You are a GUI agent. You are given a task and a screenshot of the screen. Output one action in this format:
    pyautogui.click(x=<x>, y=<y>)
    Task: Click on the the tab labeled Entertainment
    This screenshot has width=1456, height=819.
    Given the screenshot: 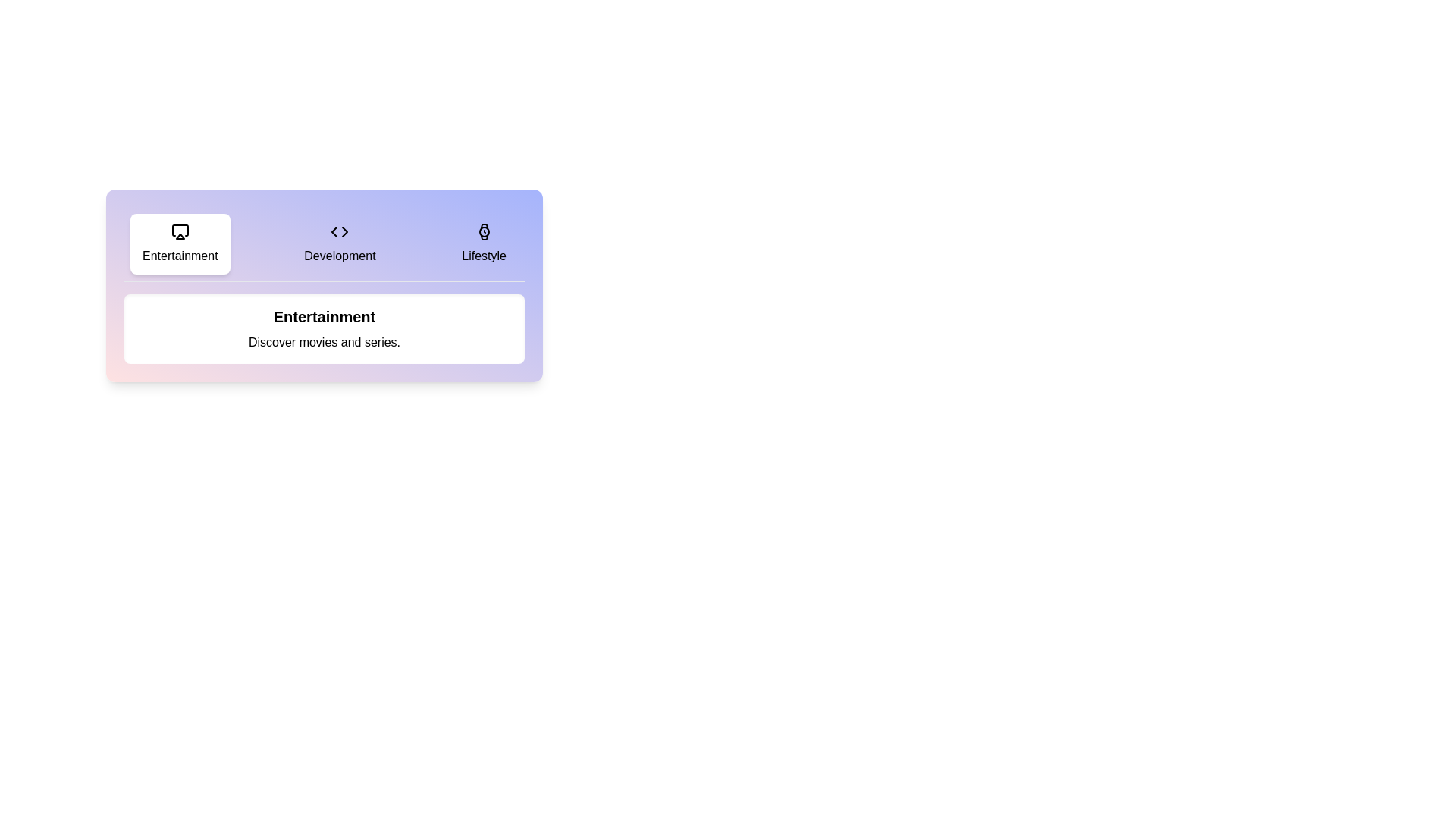 What is the action you would take?
    pyautogui.click(x=180, y=243)
    